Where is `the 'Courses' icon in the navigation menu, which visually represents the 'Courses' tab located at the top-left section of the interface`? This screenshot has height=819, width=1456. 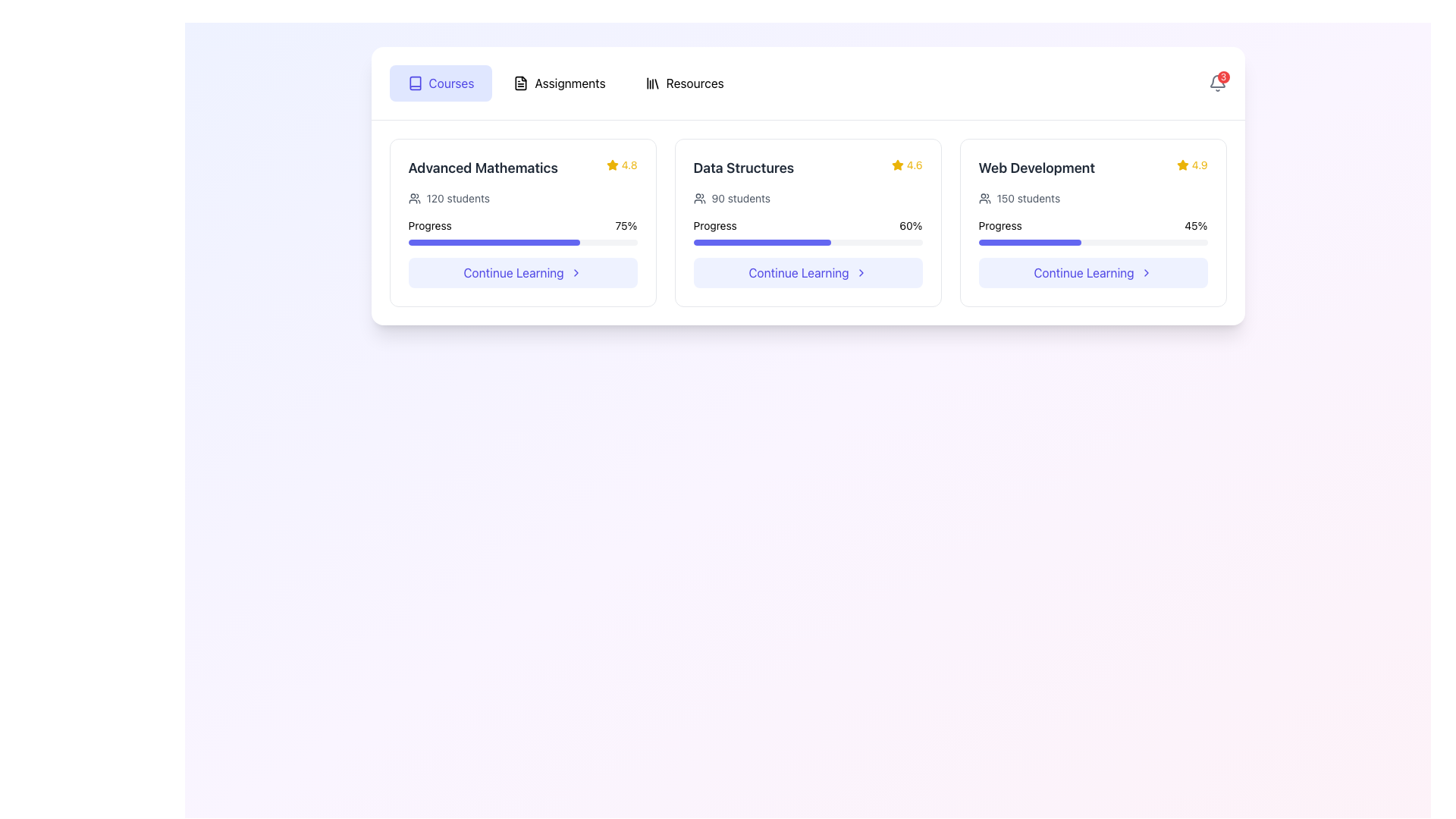 the 'Courses' icon in the navigation menu, which visually represents the 'Courses' tab located at the top-left section of the interface is located at coordinates (415, 83).